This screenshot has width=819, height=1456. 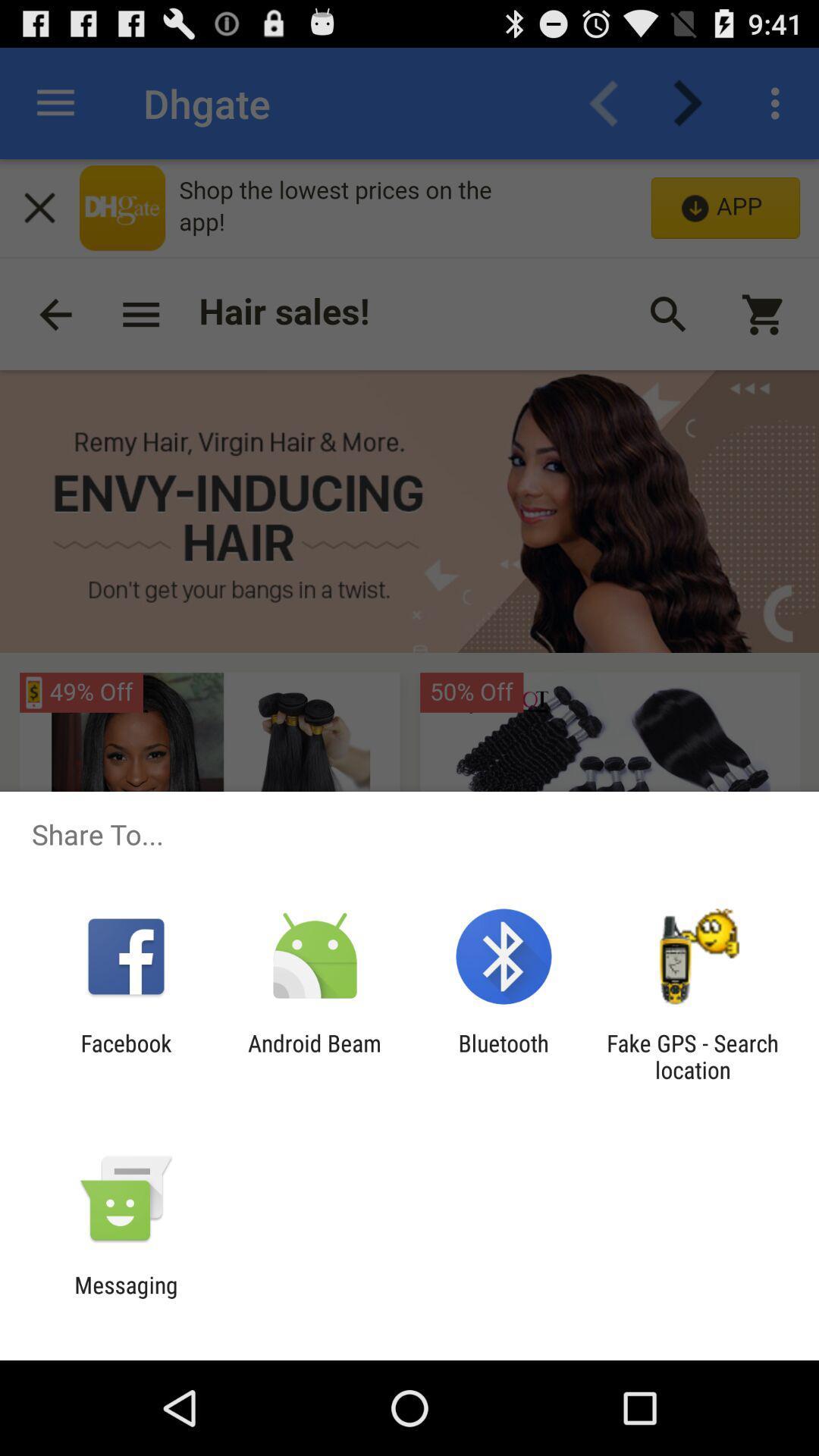 I want to click on app at the bottom right corner, so click(x=692, y=1056).